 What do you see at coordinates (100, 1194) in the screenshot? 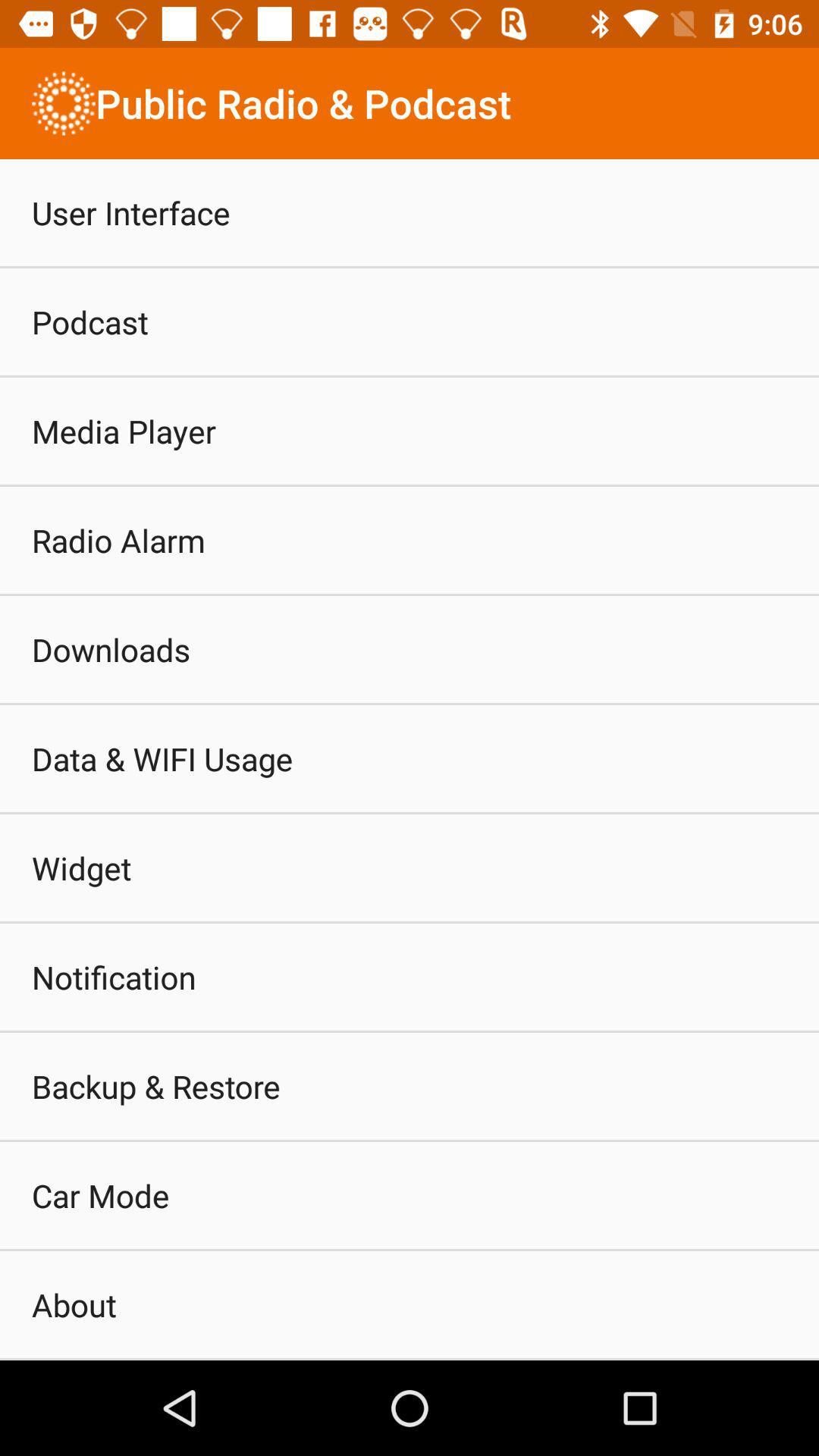
I see `the icon above about item` at bounding box center [100, 1194].